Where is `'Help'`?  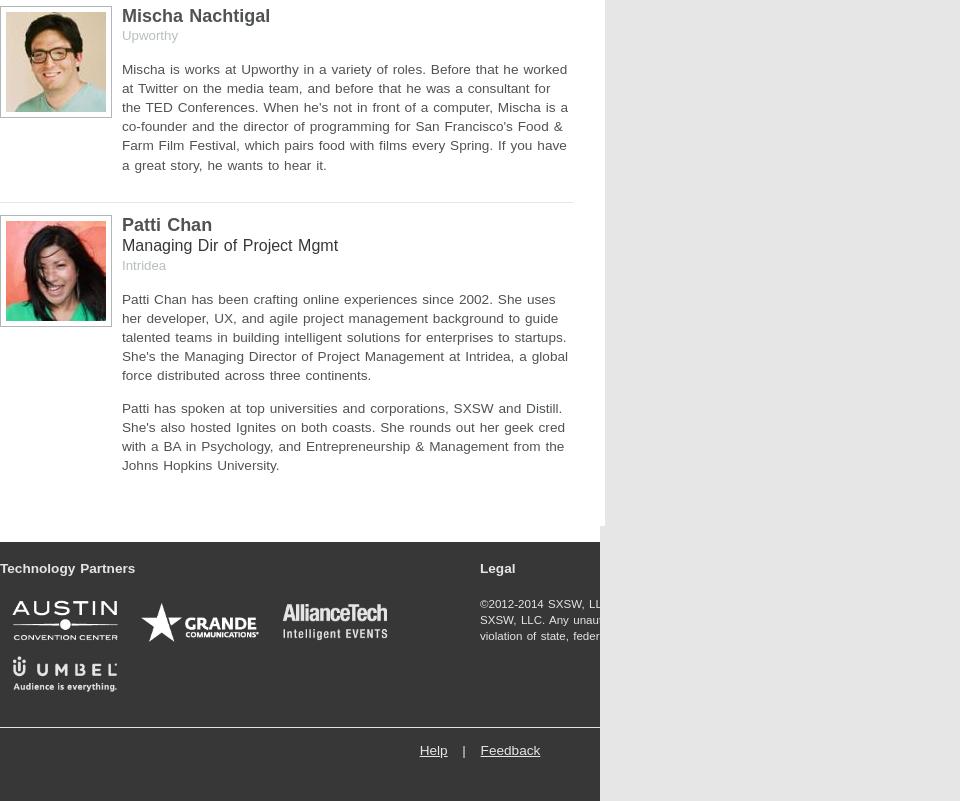 'Help' is located at coordinates (418, 750).